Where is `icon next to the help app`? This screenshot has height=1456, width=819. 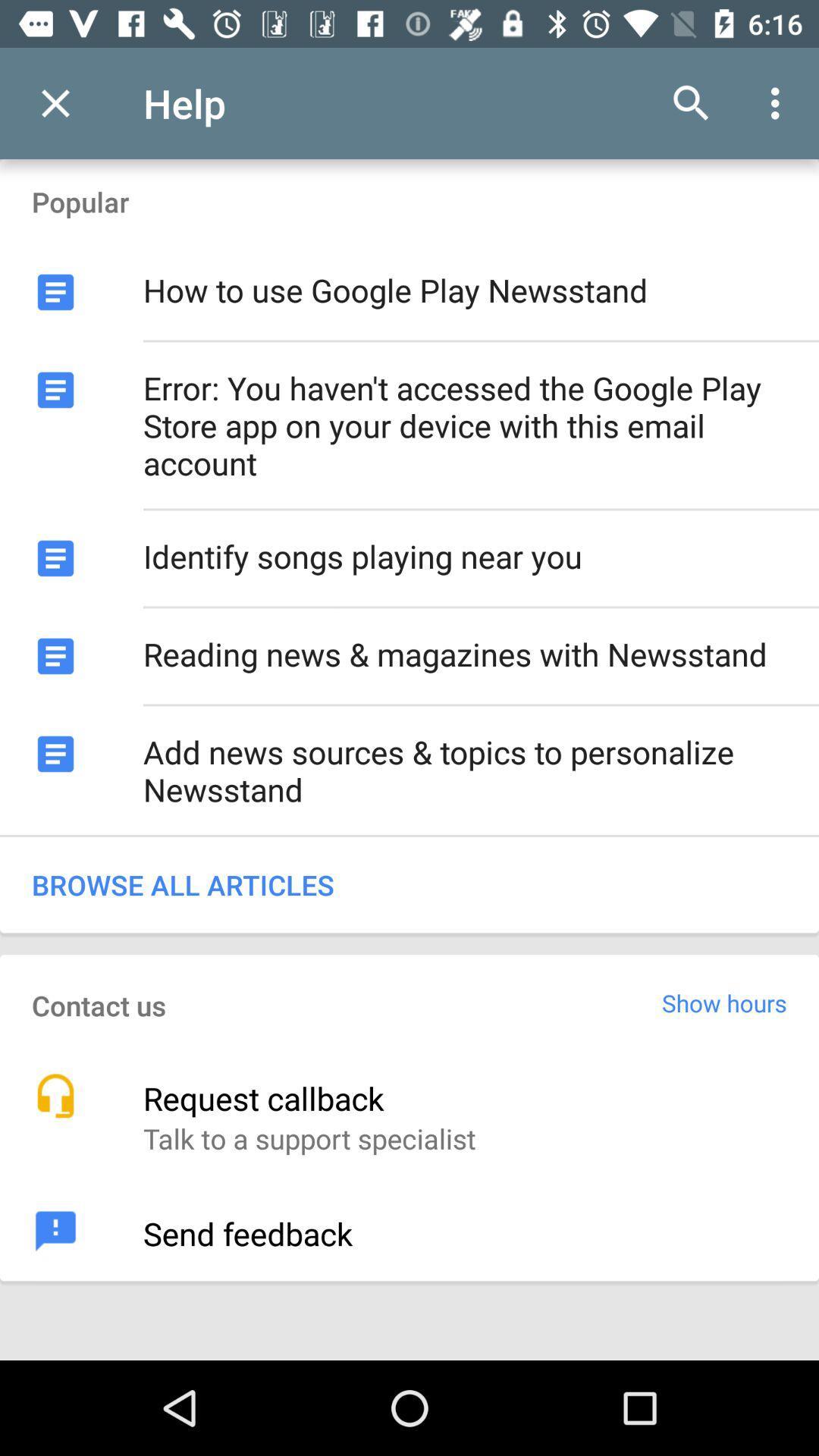 icon next to the help app is located at coordinates (55, 102).